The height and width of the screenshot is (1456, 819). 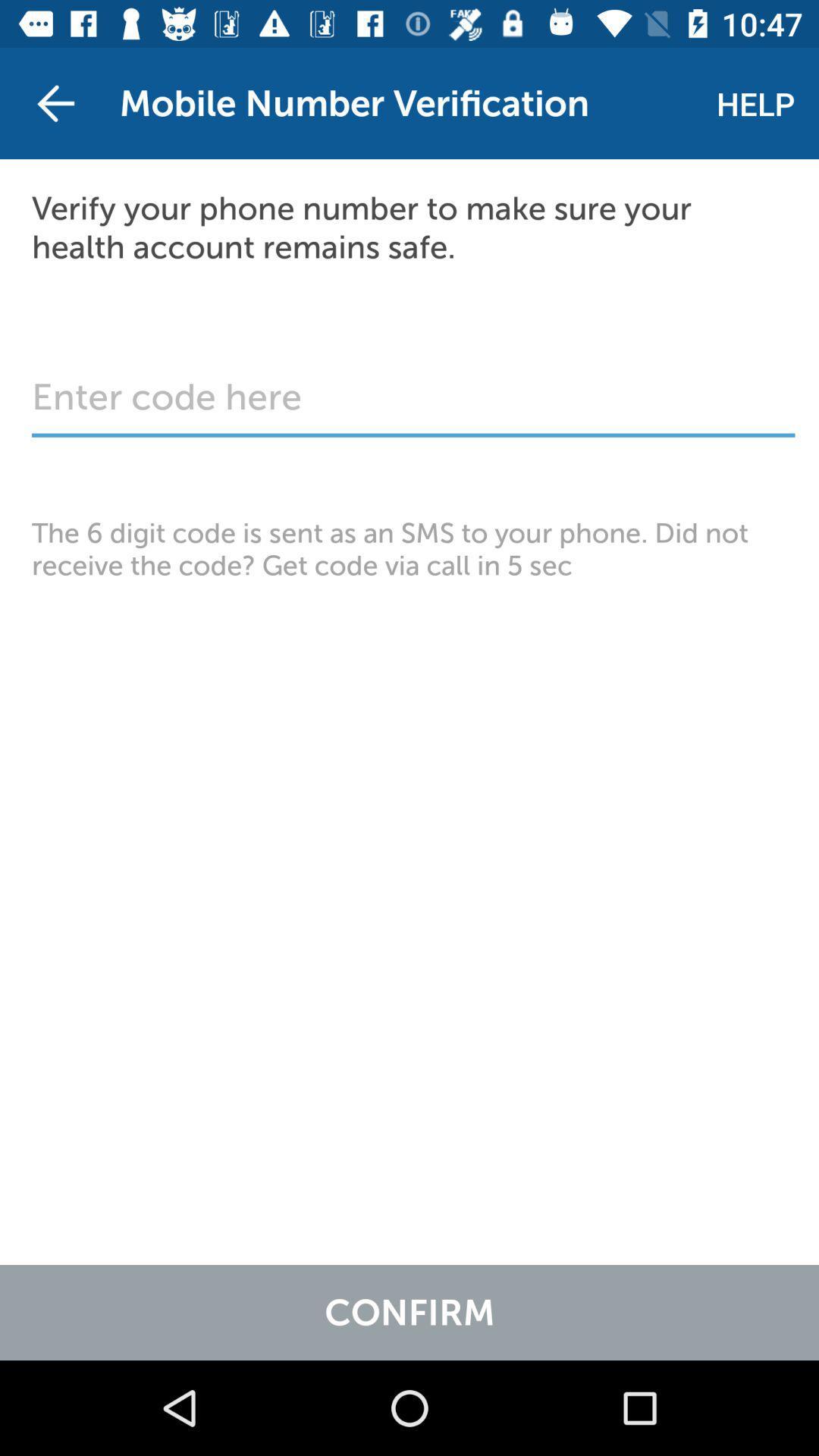 What do you see at coordinates (755, 102) in the screenshot?
I see `help at the top right corner` at bounding box center [755, 102].